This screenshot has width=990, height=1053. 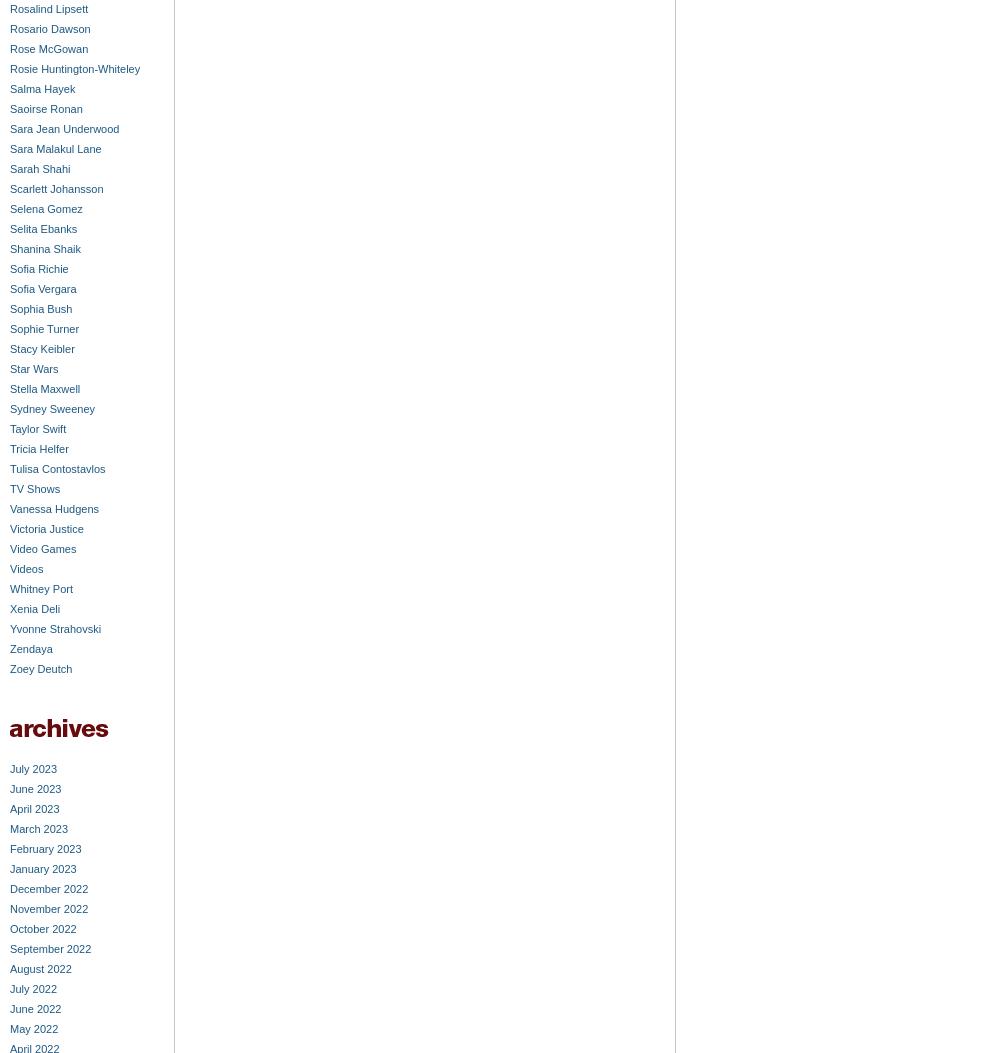 What do you see at coordinates (41, 869) in the screenshot?
I see `'January 2023'` at bounding box center [41, 869].